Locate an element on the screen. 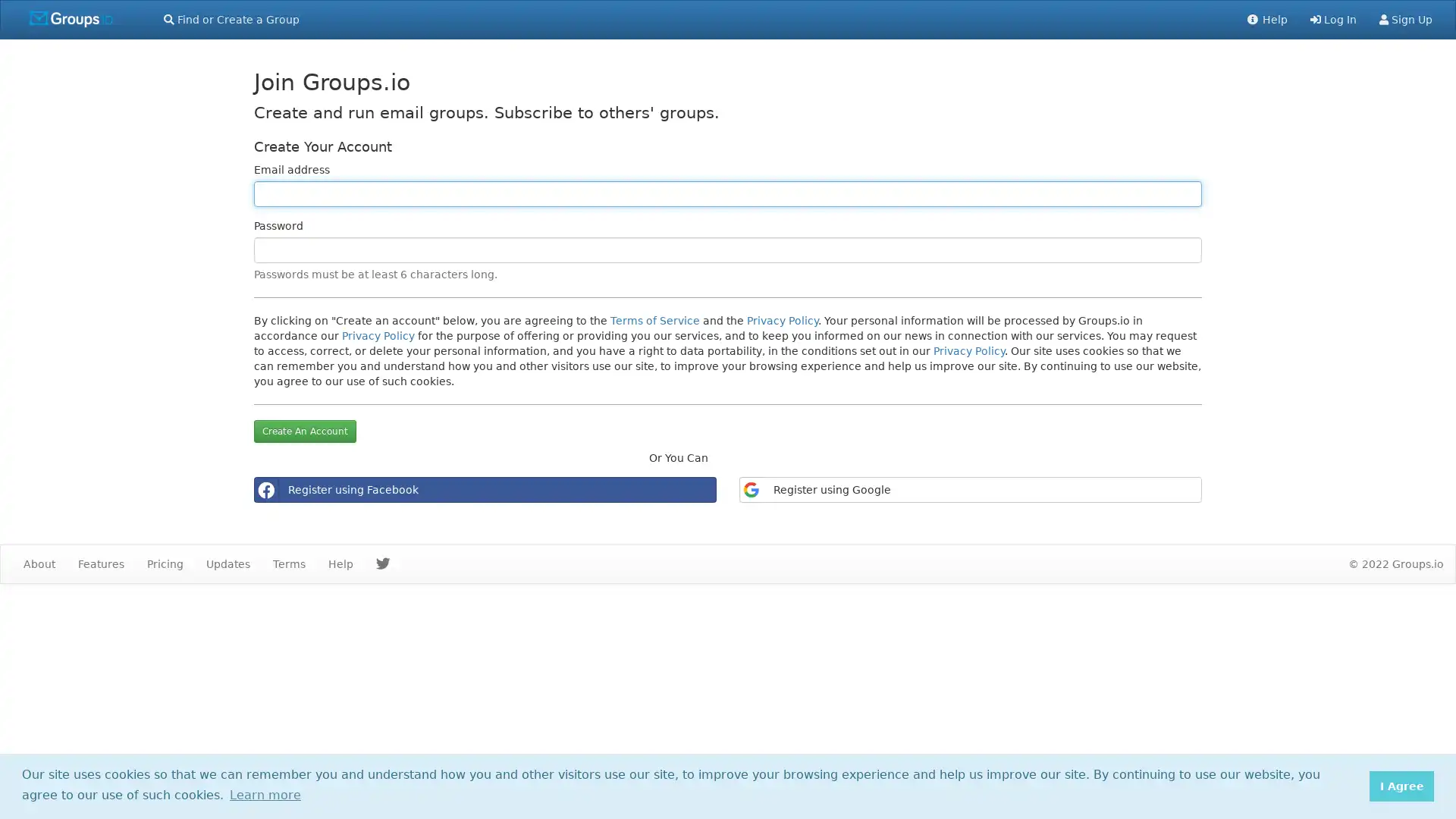  learn more about cookies is located at coordinates (265, 794).